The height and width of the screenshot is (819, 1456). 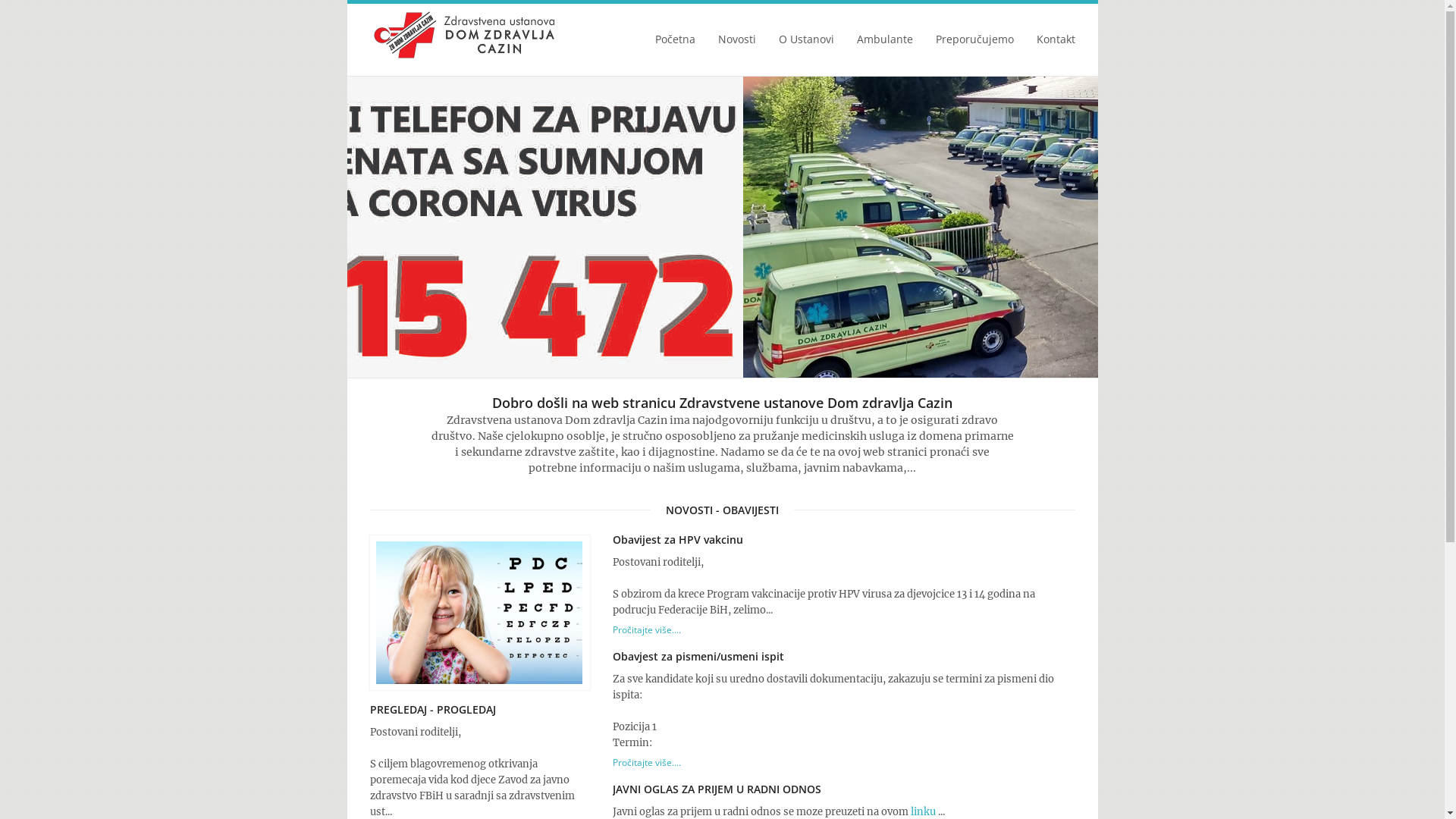 What do you see at coordinates (464, 34) in the screenshot?
I see `'ZU Dom zdravlja Cazin'` at bounding box center [464, 34].